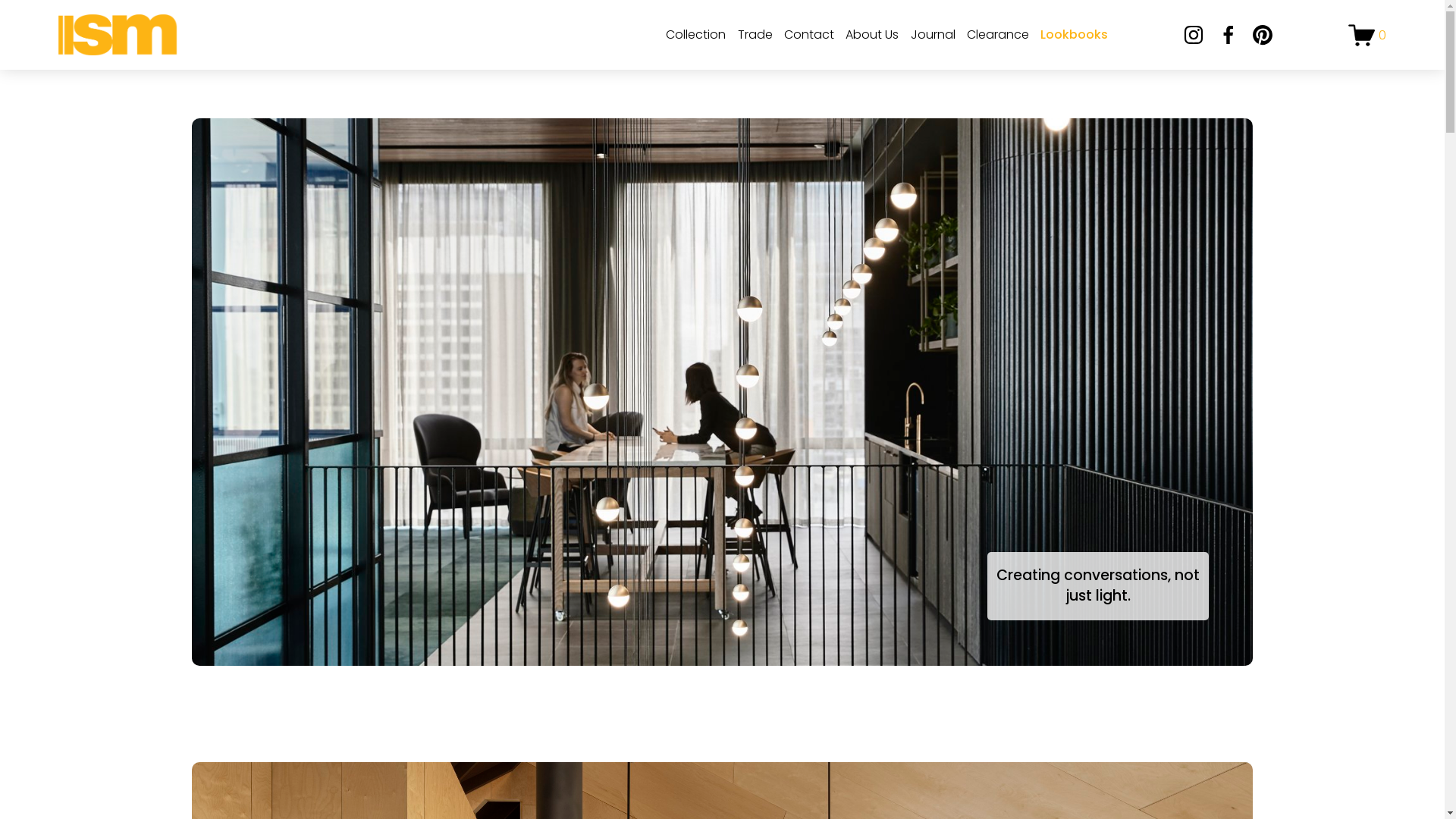 The height and width of the screenshot is (819, 1456). I want to click on 'Contact', so click(783, 34).